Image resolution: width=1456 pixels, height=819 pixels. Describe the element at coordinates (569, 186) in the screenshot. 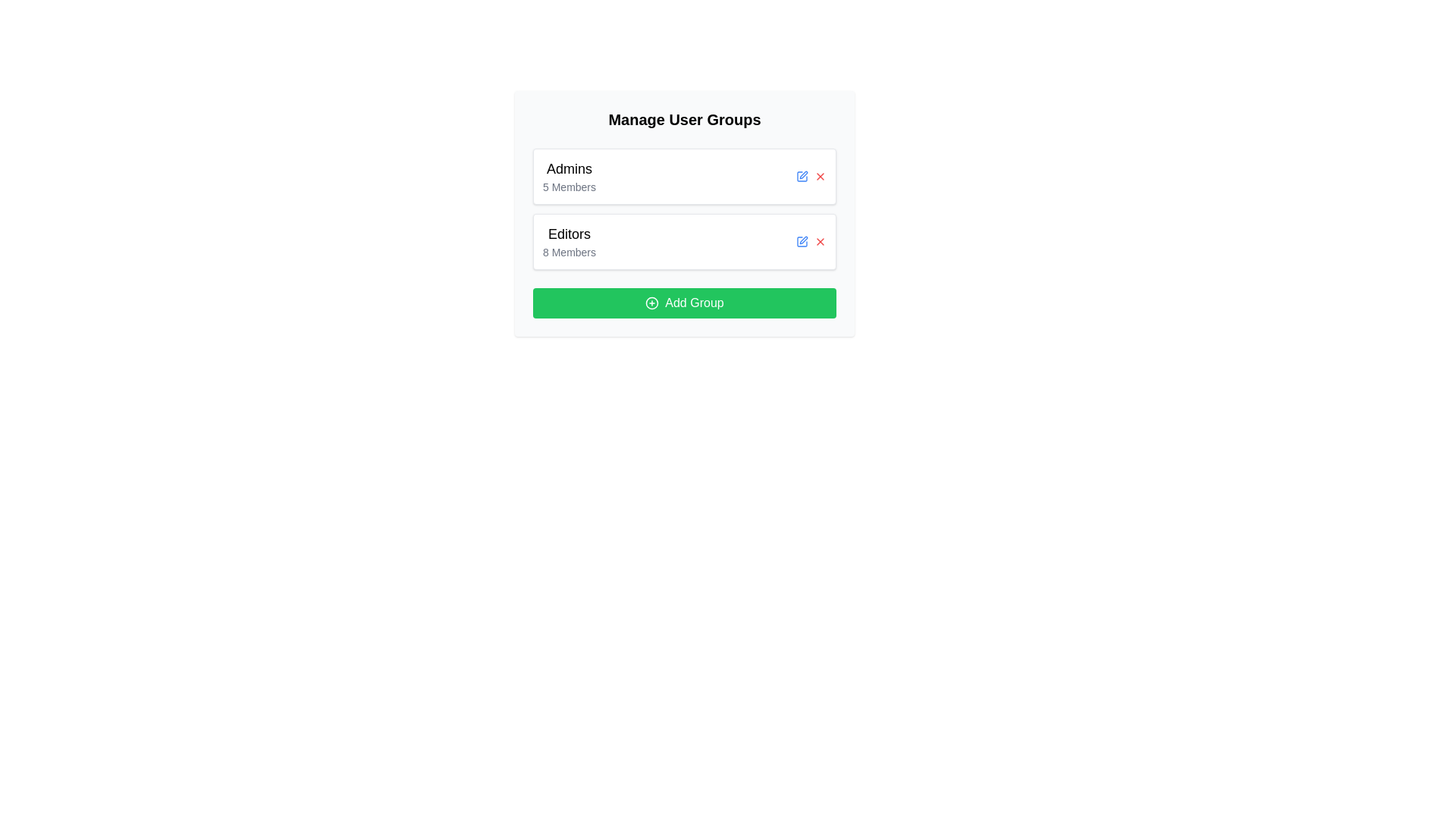

I see `the informational static text label that displays the number of members in the 'Admins' group, located below the 'Admins' text in the grouped layout` at that location.